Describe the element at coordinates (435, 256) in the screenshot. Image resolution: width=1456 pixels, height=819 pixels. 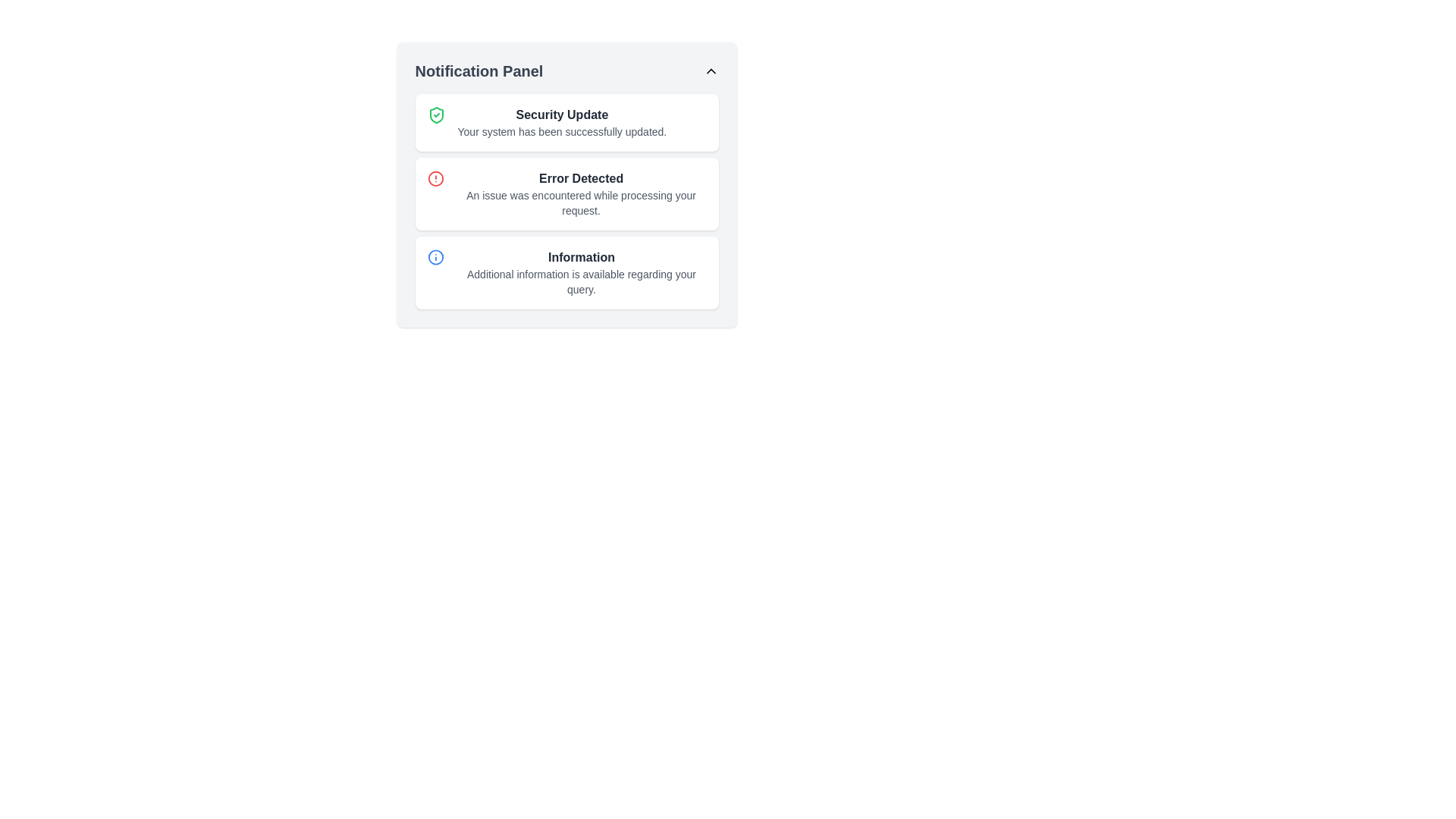
I see `the circular icon in the 'Information' section of the Notification Panel` at that location.